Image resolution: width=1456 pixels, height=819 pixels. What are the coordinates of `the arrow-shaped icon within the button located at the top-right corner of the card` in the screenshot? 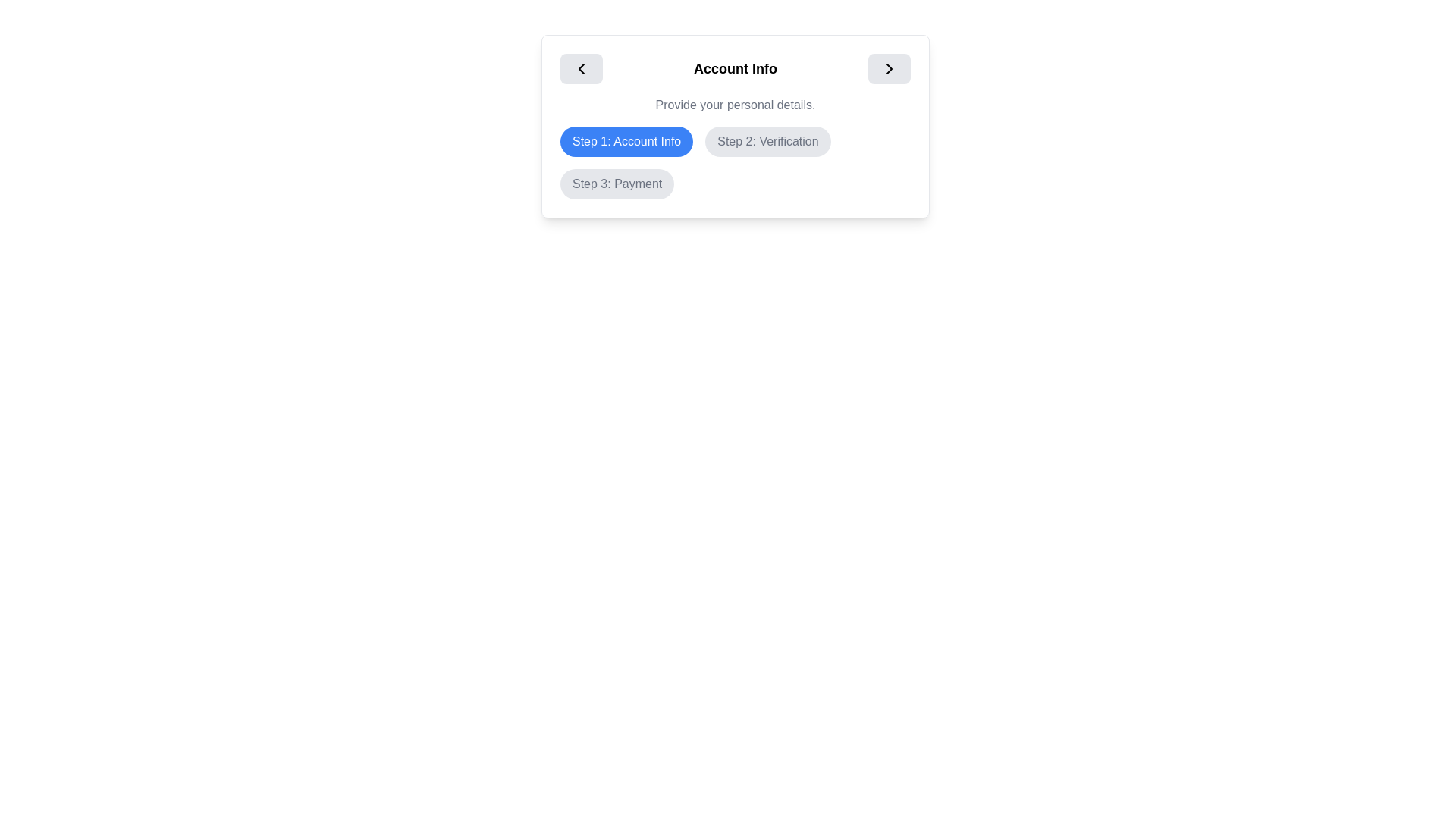 It's located at (889, 69).